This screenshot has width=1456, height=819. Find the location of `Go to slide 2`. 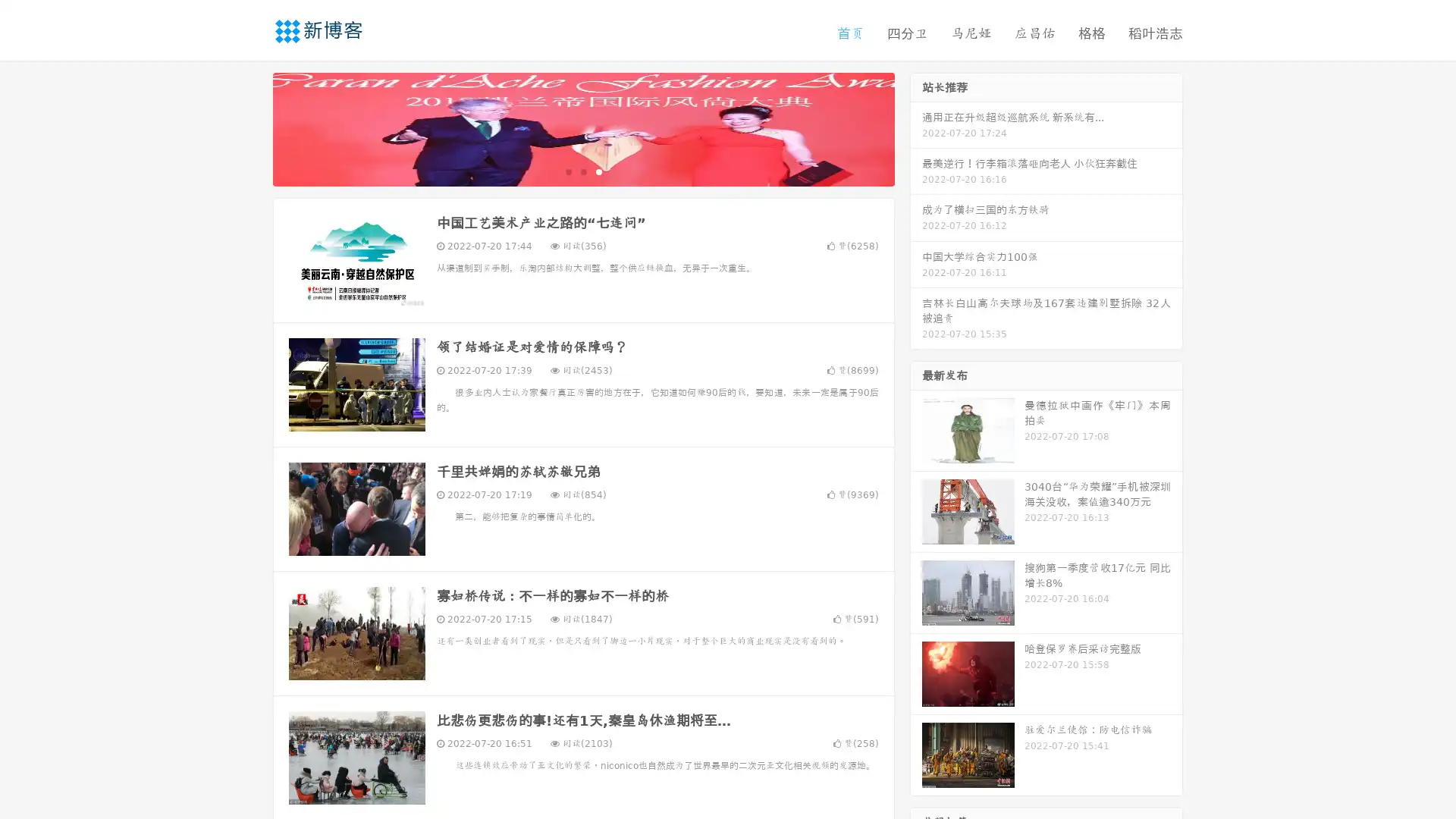

Go to slide 2 is located at coordinates (582, 171).